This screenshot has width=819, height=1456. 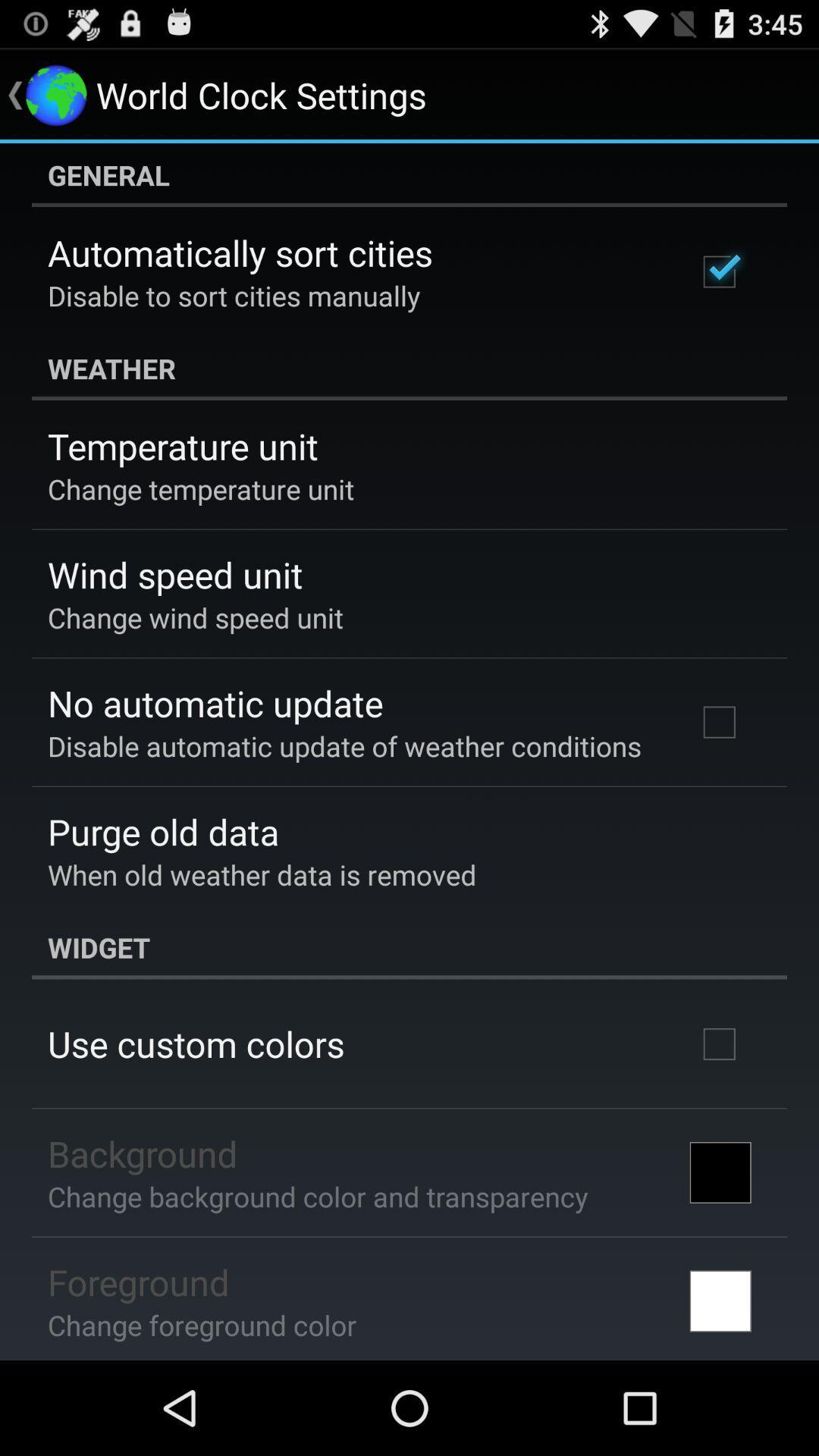 I want to click on the icon below purge old data item, so click(x=261, y=874).